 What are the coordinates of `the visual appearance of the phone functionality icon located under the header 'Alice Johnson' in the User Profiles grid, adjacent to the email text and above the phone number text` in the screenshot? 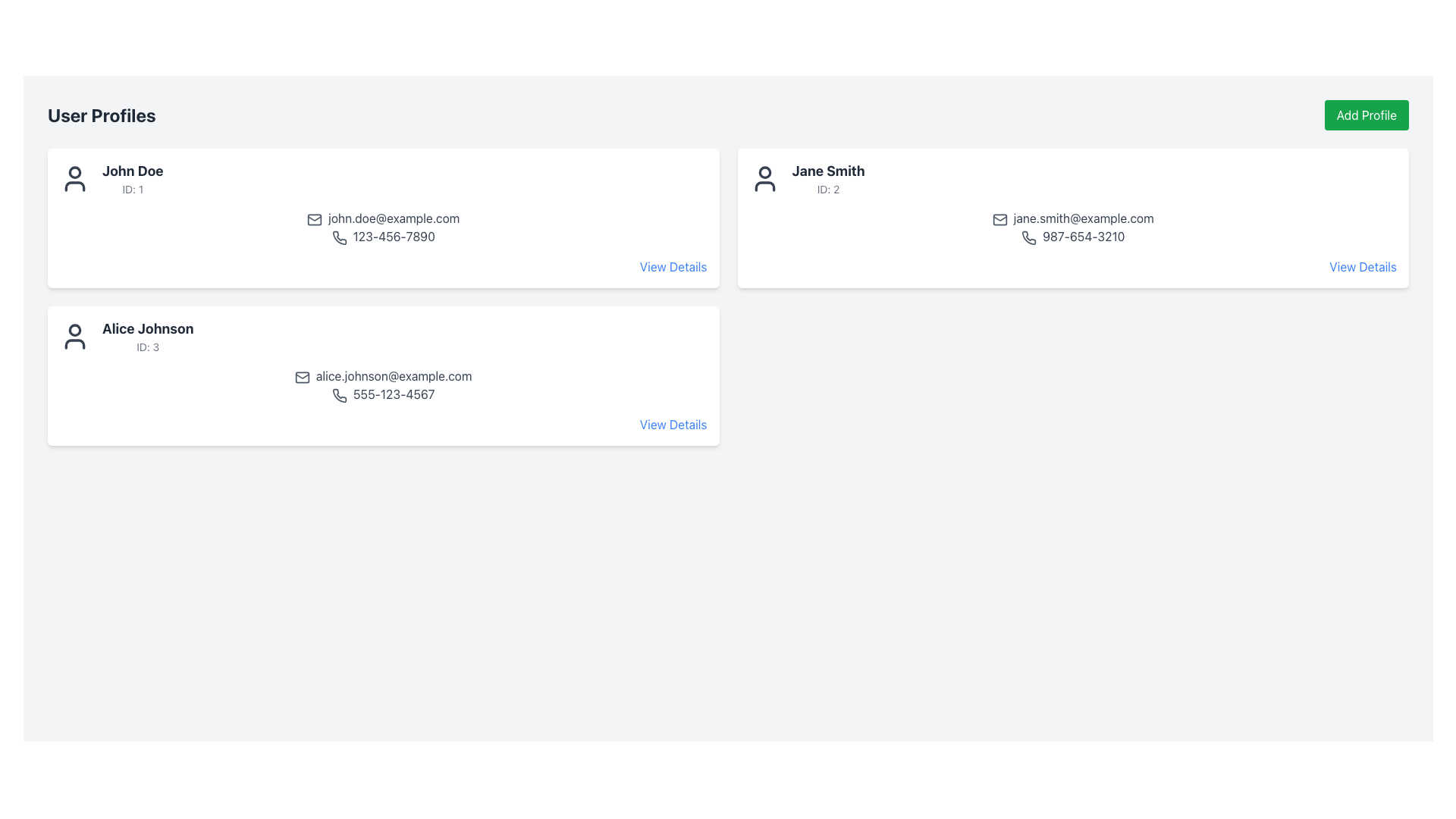 It's located at (338, 394).